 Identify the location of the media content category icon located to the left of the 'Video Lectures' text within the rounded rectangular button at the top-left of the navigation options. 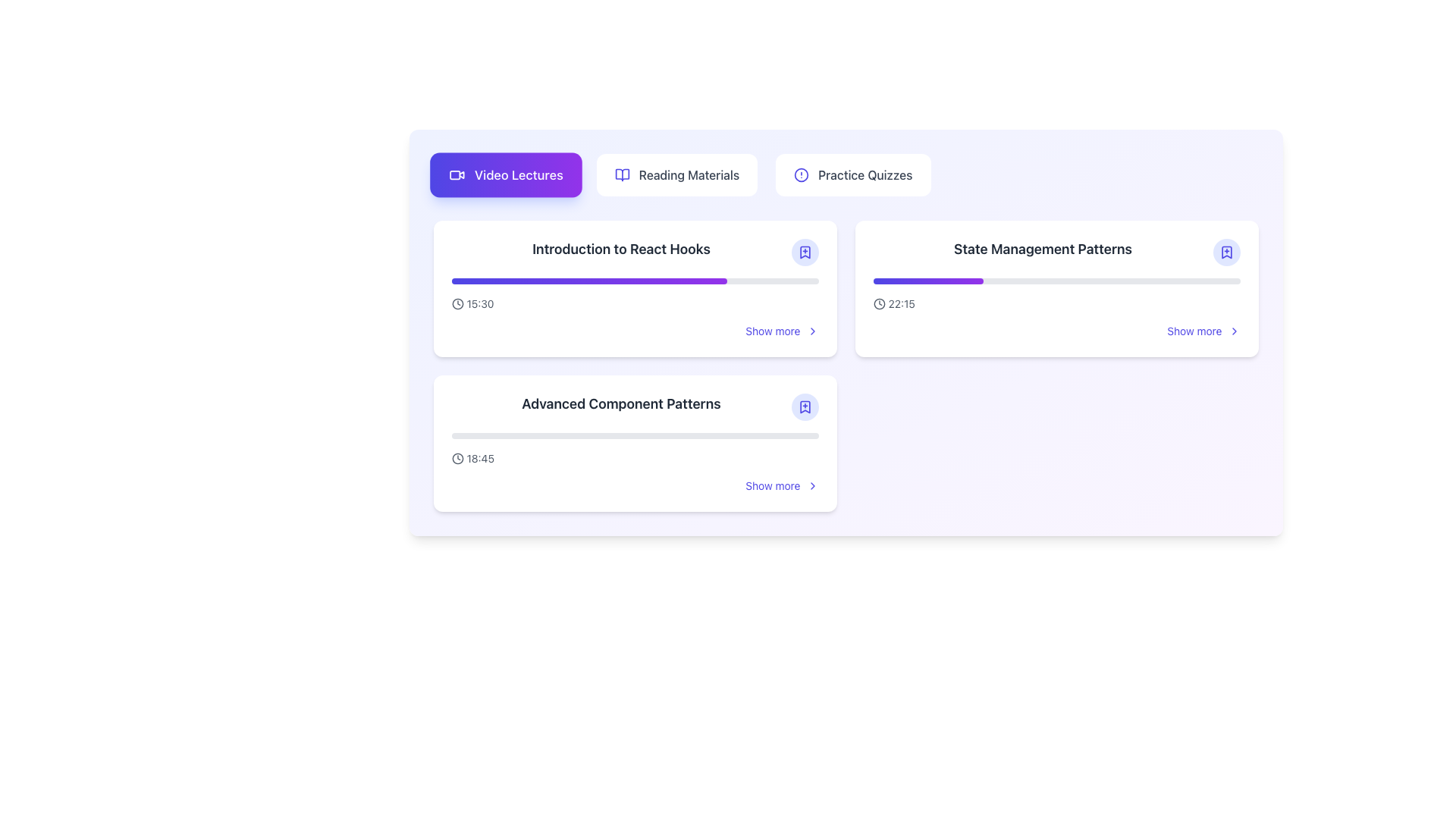
(456, 174).